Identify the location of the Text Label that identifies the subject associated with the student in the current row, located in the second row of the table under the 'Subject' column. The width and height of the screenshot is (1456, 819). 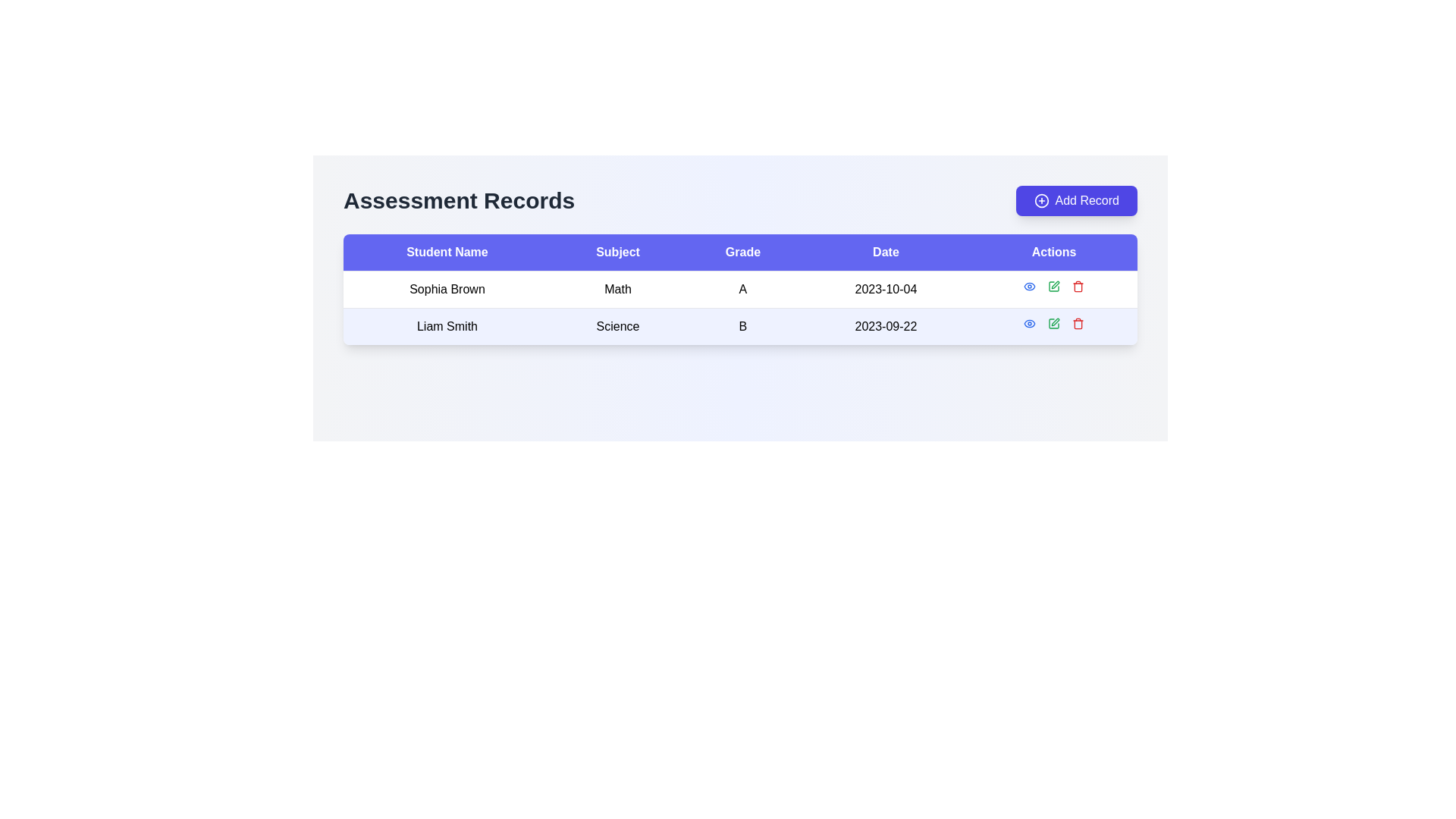
(618, 325).